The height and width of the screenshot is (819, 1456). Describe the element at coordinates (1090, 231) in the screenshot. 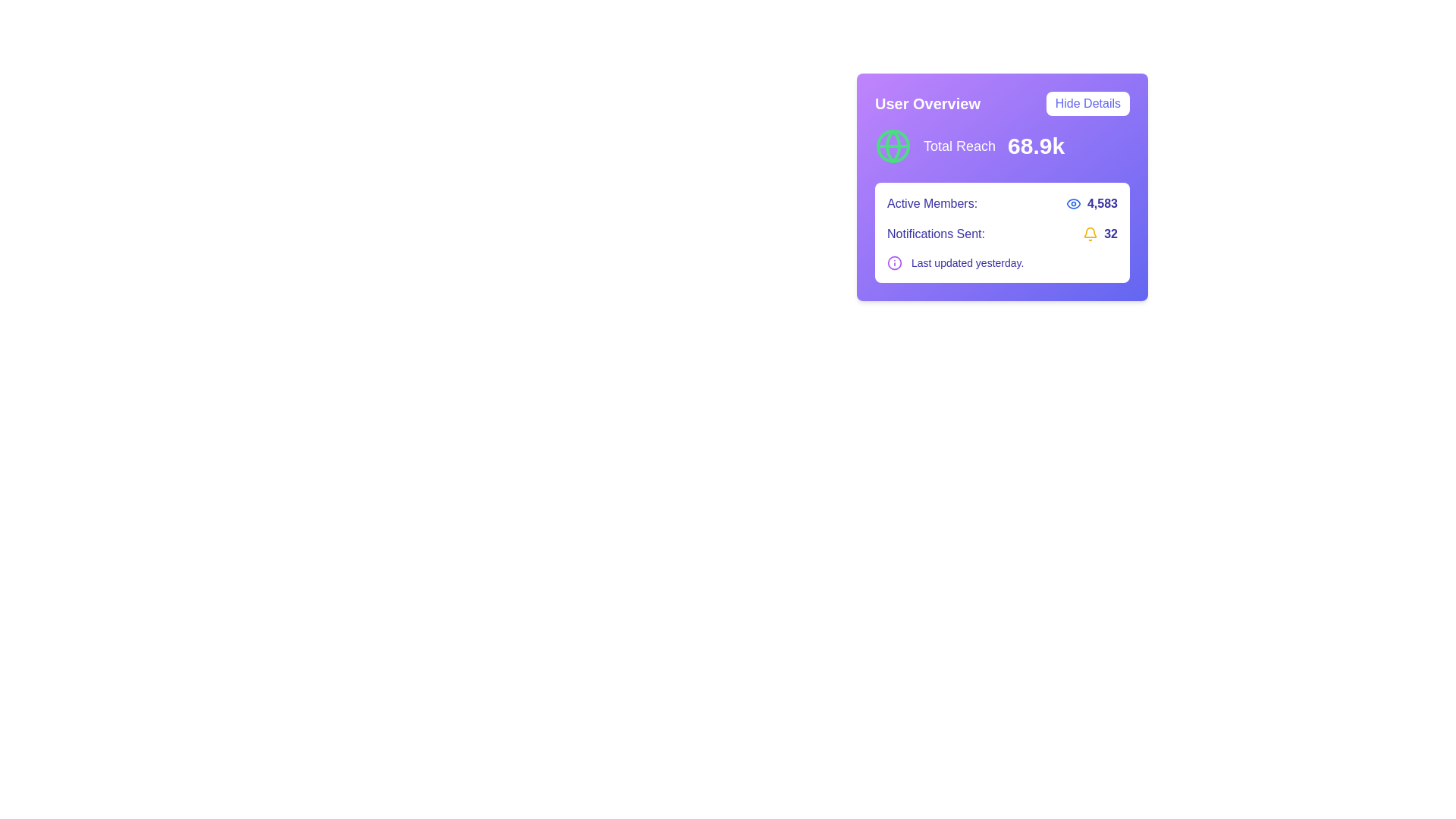

I see `the lower curve of the yellow notification bell icon located at the top-right corner of the 'User Overview' card if it is interactive` at that location.